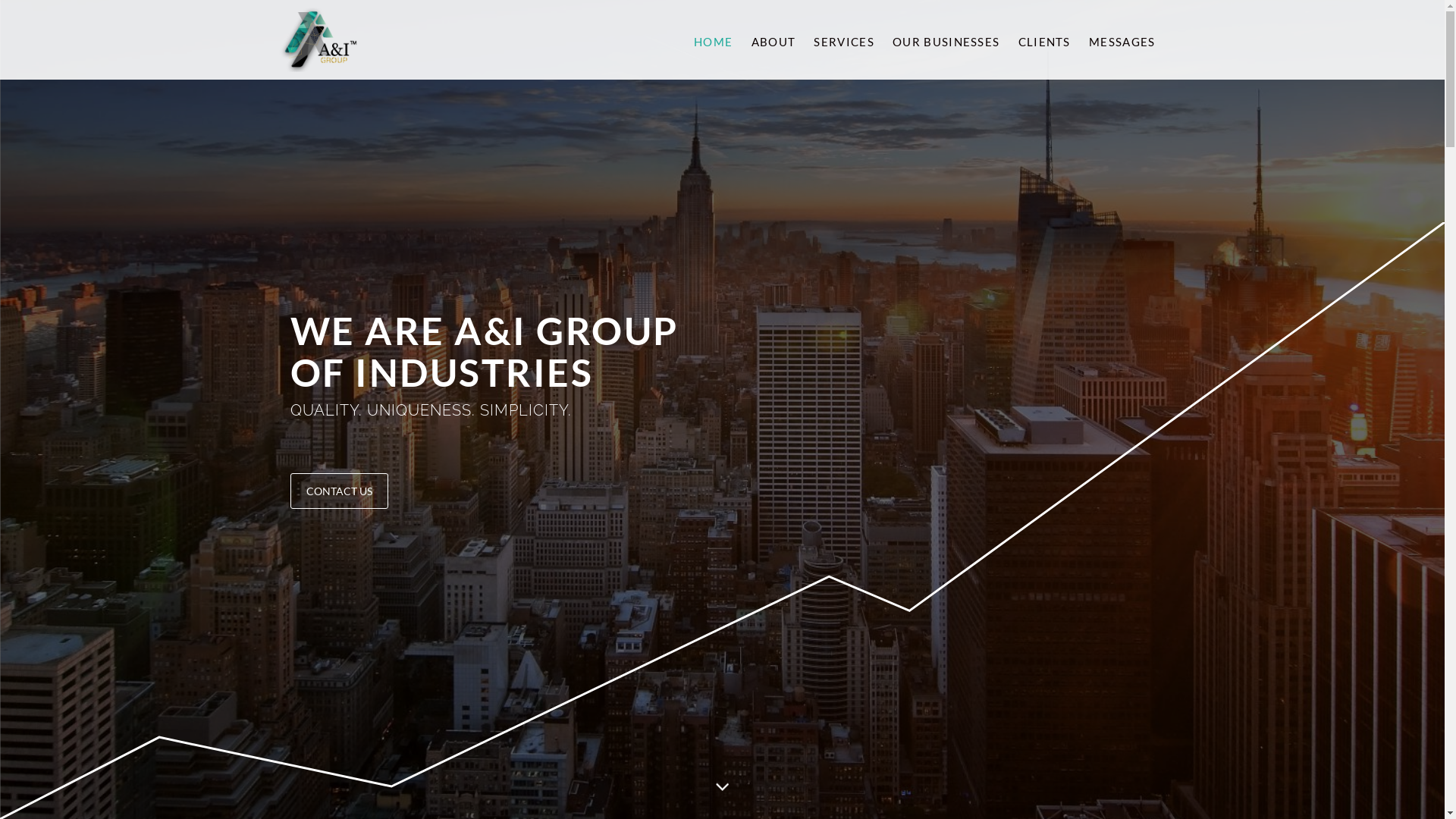 Image resolution: width=1456 pixels, height=819 pixels. Describe the element at coordinates (1041, 39) in the screenshot. I see `' CLIENTS'` at that location.